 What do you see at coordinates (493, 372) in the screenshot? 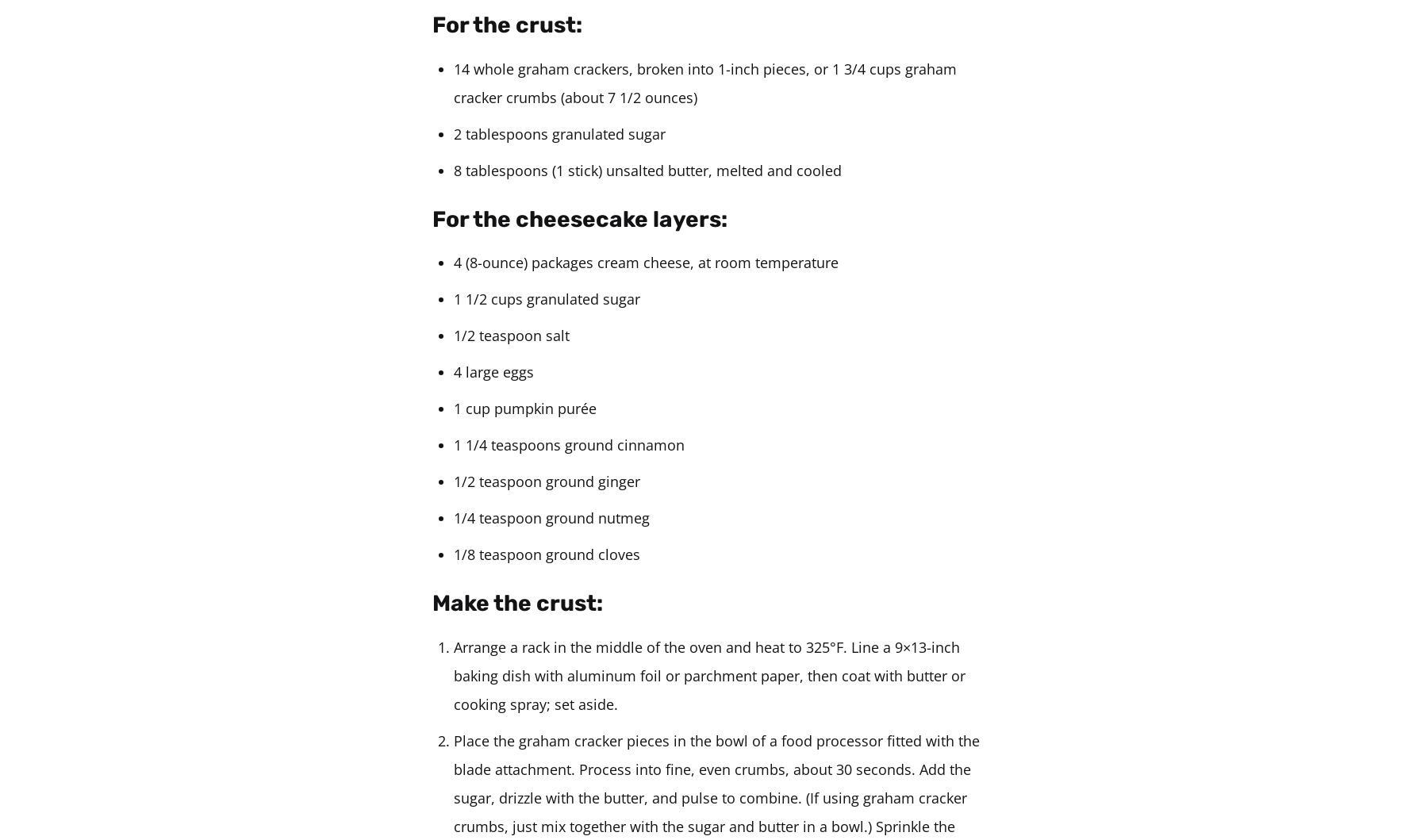
I see `'4 large eggs'` at bounding box center [493, 372].